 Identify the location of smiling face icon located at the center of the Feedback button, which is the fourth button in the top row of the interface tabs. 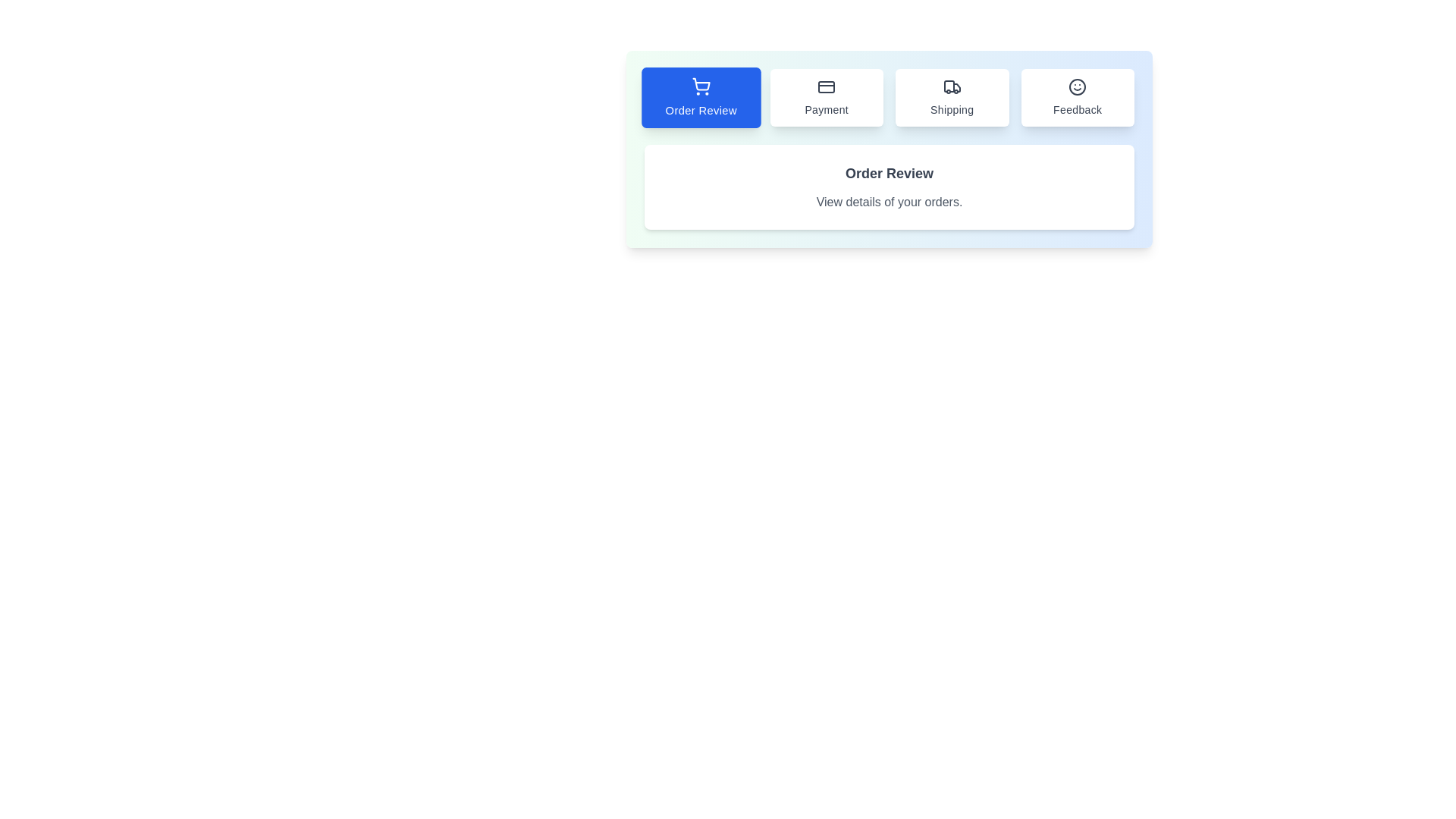
(1077, 87).